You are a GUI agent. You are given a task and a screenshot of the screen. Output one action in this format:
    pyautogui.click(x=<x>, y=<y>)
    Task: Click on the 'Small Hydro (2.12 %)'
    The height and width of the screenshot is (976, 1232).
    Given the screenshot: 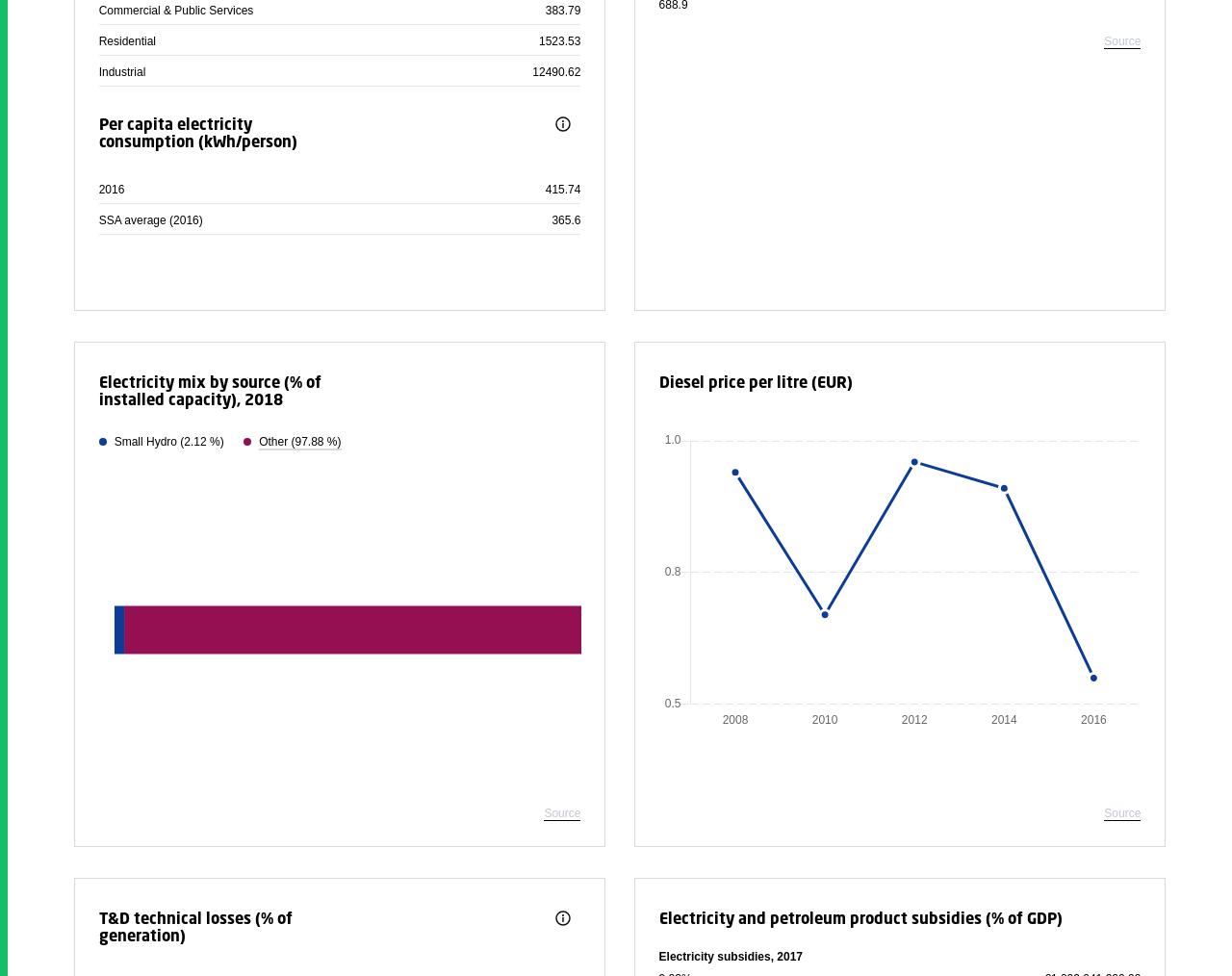 What is the action you would take?
    pyautogui.click(x=113, y=441)
    